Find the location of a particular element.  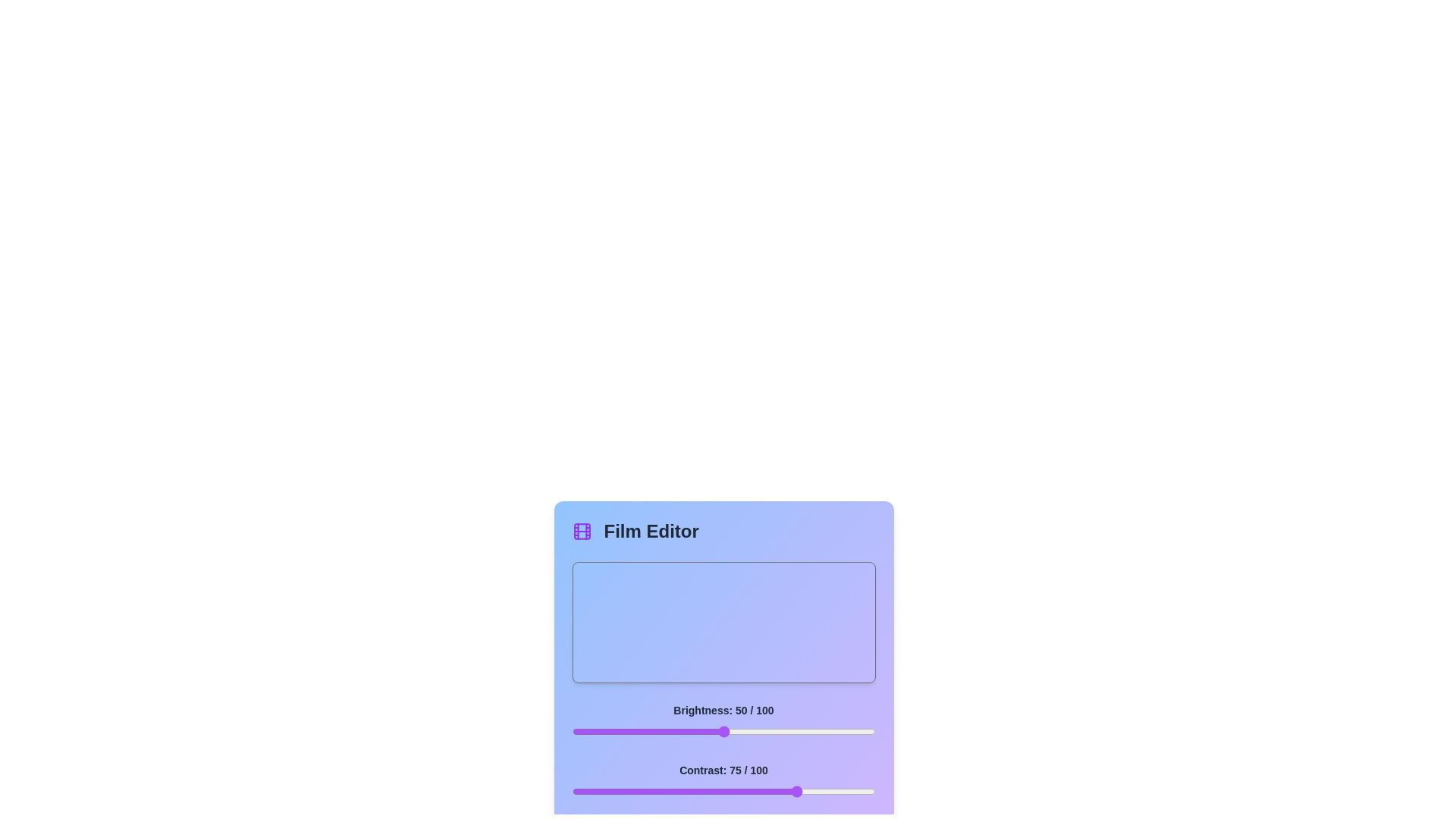

the brightness slider to 90 percent is located at coordinates (844, 730).